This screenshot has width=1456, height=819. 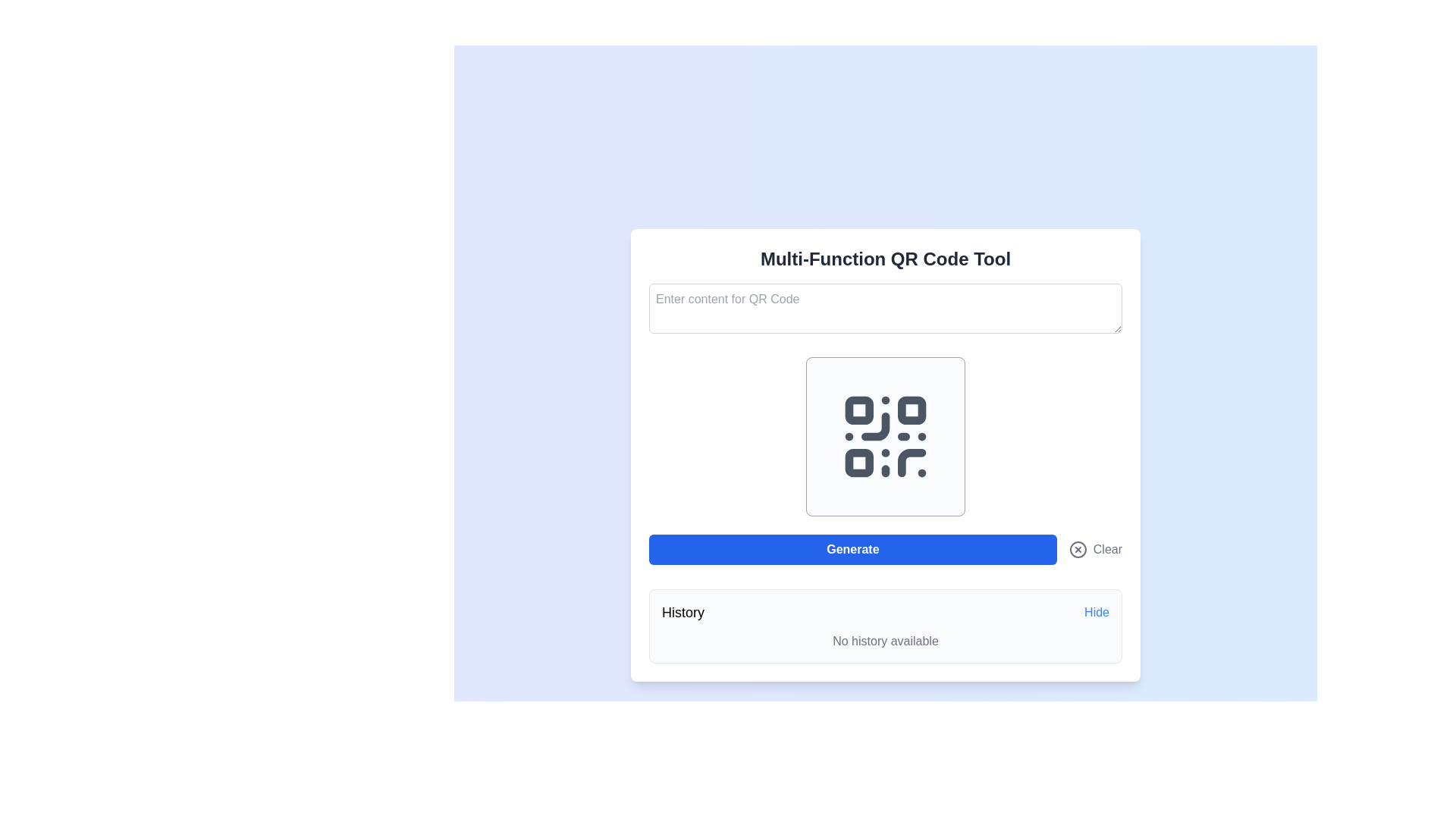 What do you see at coordinates (859, 462) in the screenshot?
I see `the graphical square element located in the bottom-left corner of the QR code representation, which is the third square among its siblings` at bounding box center [859, 462].